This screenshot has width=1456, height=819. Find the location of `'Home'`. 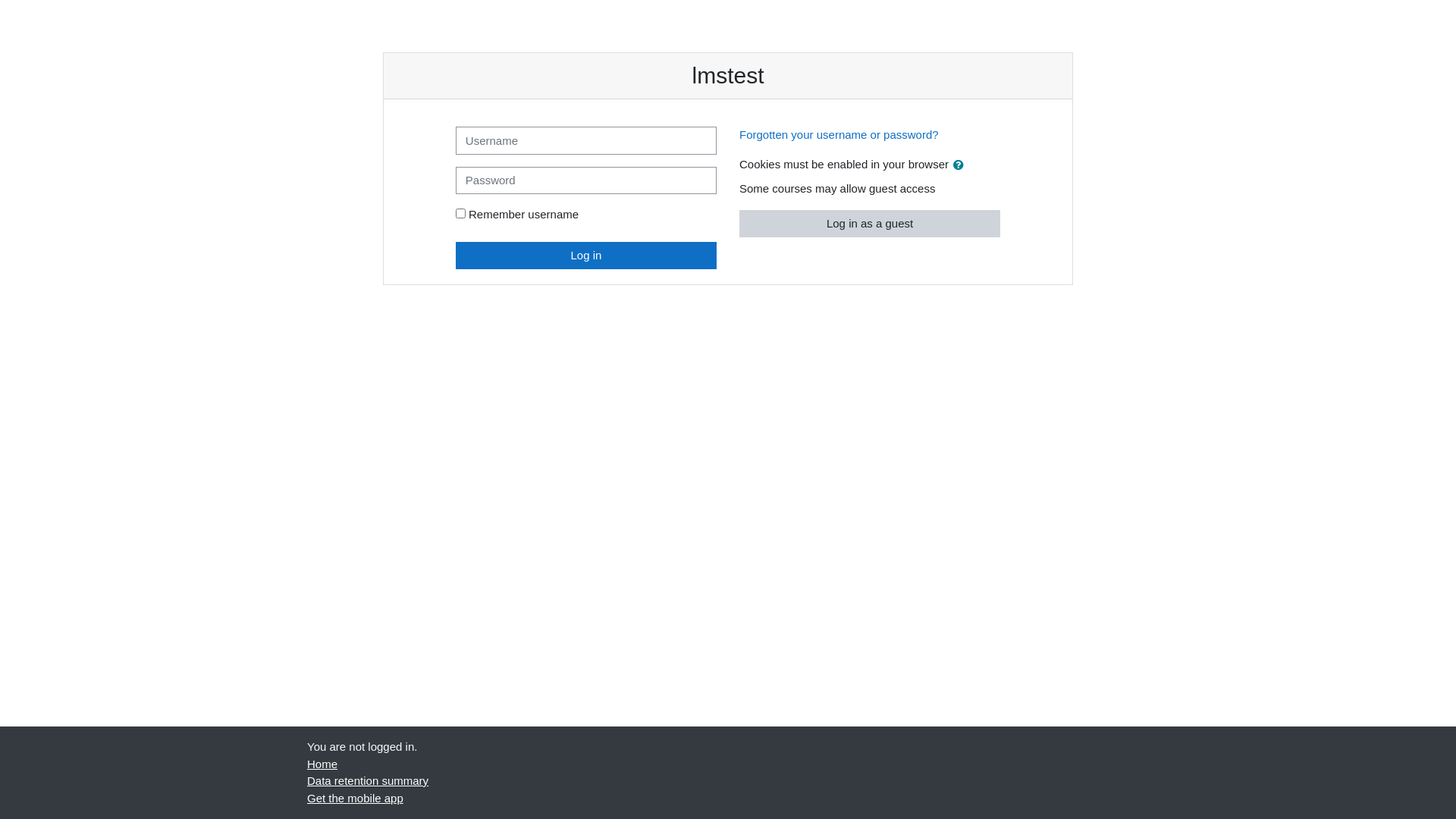

'Home' is located at coordinates (322, 763).